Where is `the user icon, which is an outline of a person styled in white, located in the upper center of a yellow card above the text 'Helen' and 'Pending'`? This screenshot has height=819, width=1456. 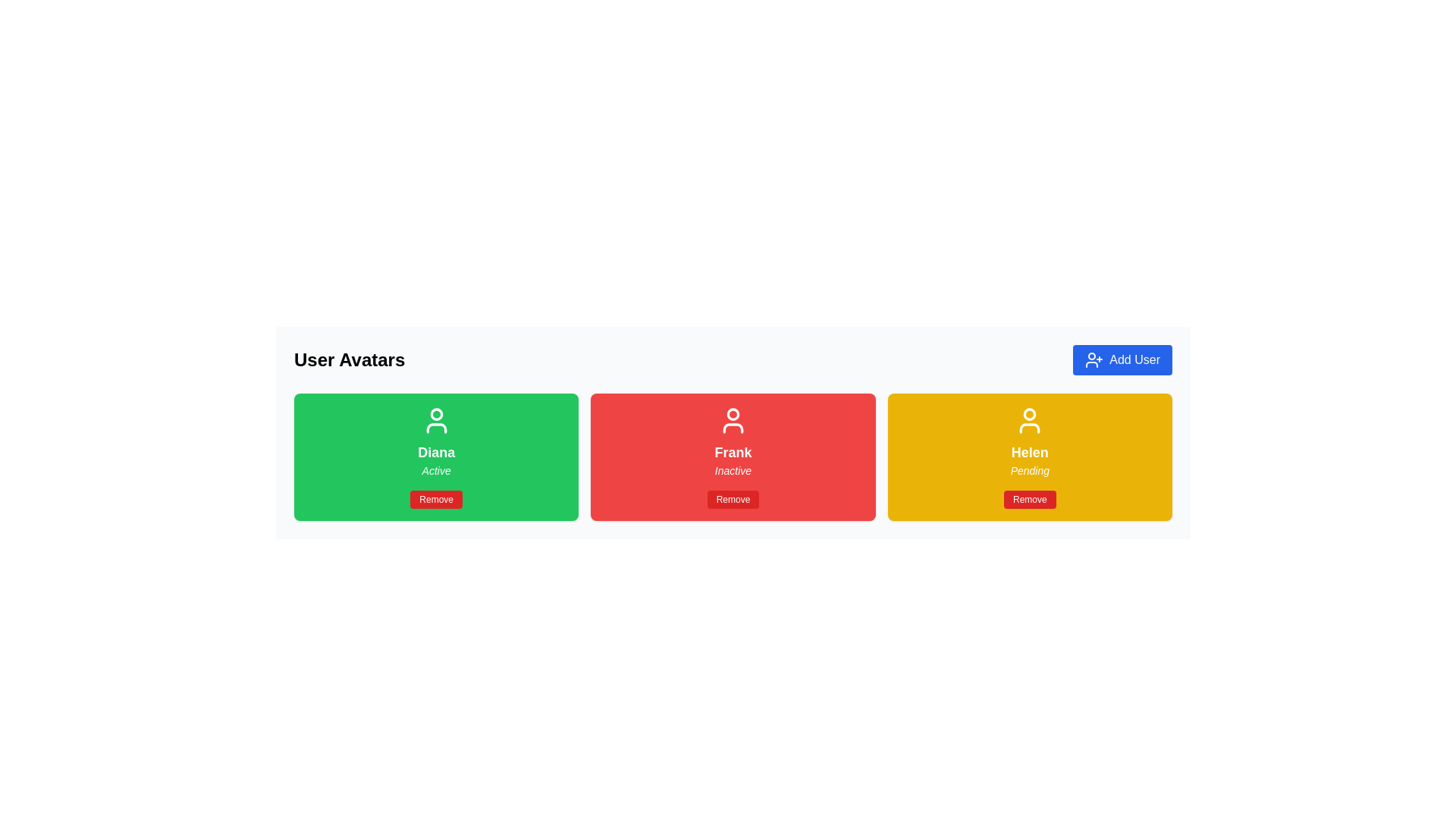 the user icon, which is an outline of a person styled in white, located in the upper center of a yellow card above the text 'Helen' and 'Pending' is located at coordinates (1030, 421).